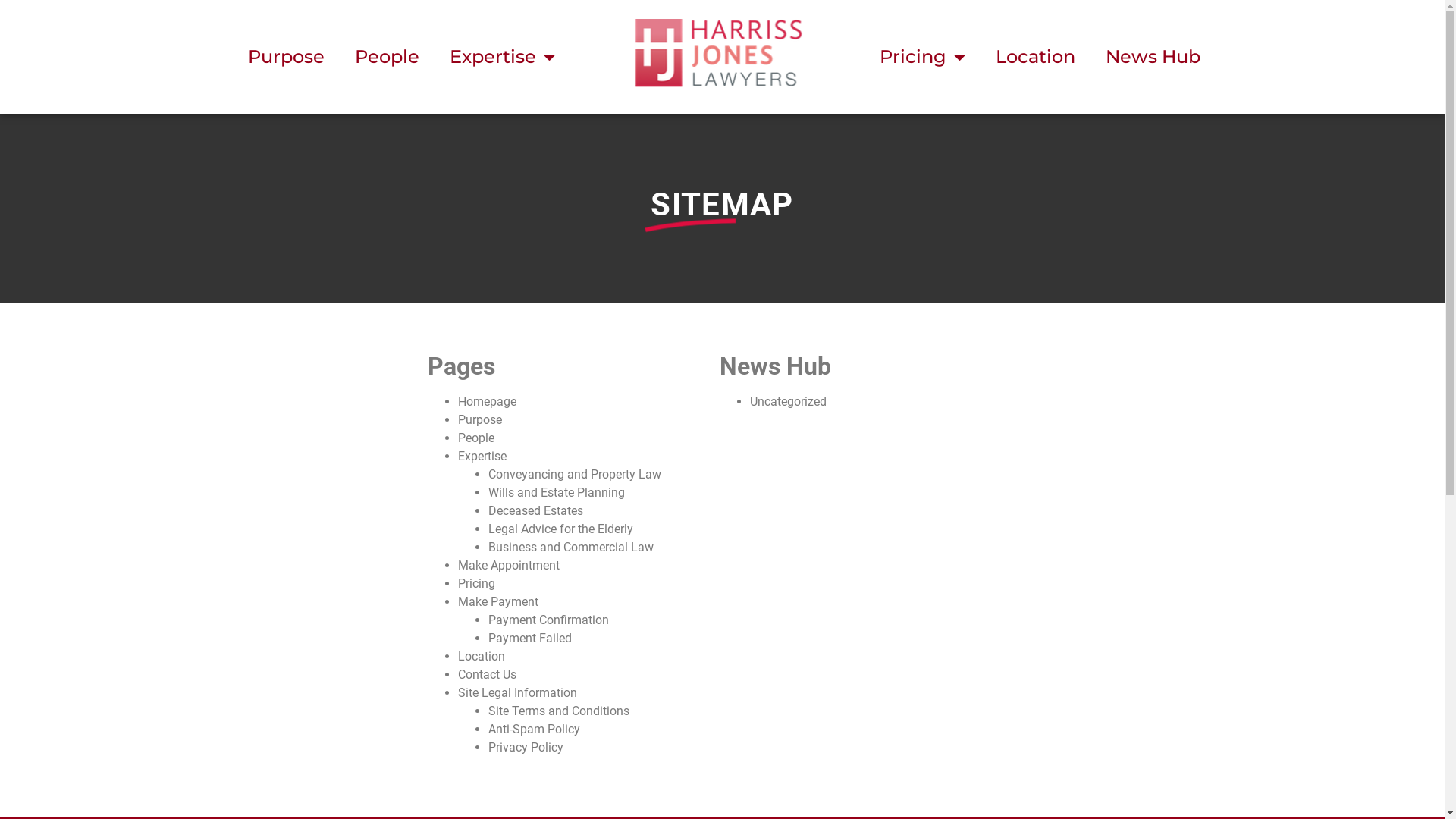 The image size is (1456, 819). What do you see at coordinates (498, 601) in the screenshot?
I see `'Make Payment'` at bounding box center [498, 601].